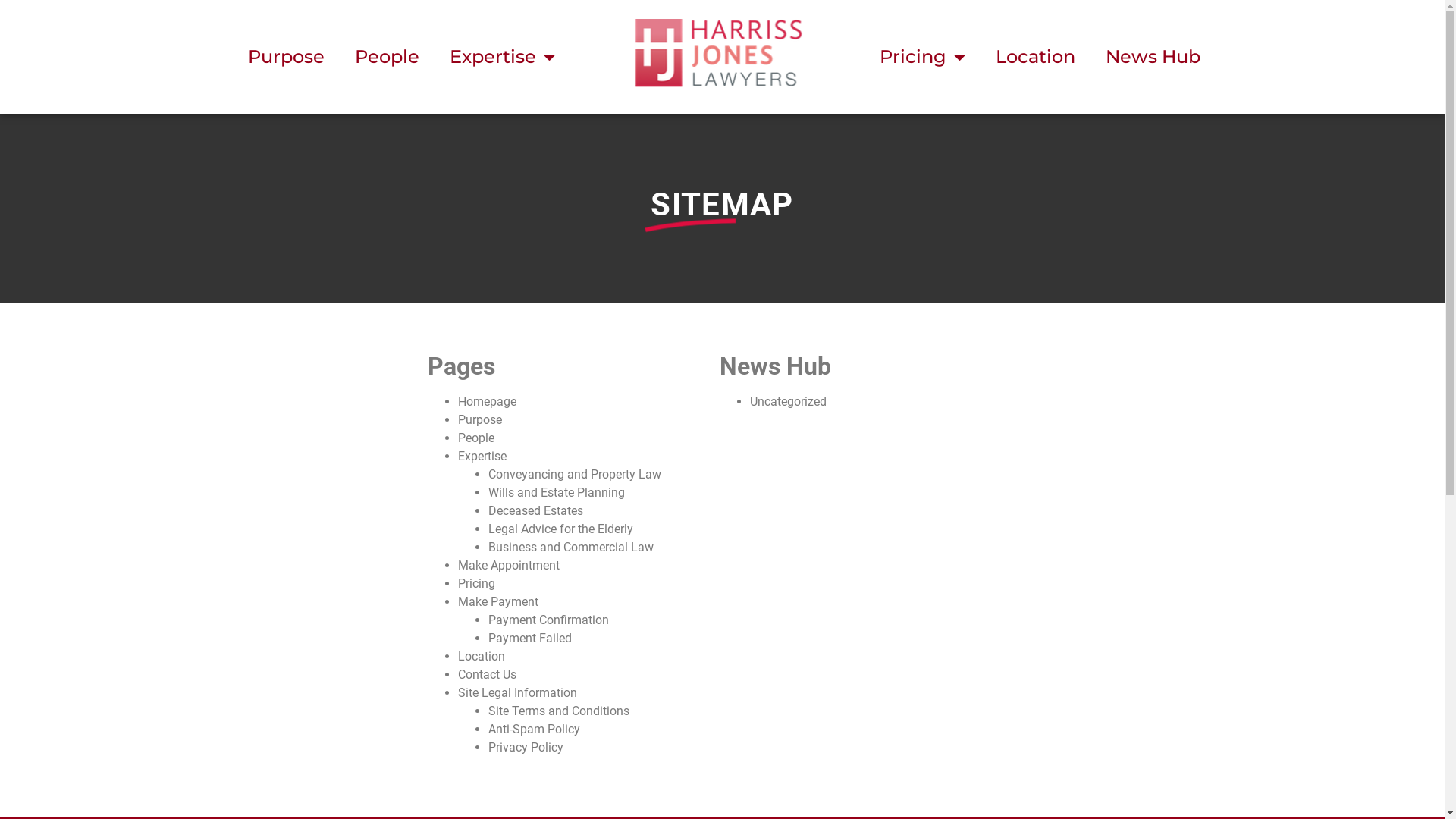 The image size is (1456, 819). What do you see at coordinates (498, 601) in the screenshot?
I see `'Make Payment'` at bounding box center [498, 601].